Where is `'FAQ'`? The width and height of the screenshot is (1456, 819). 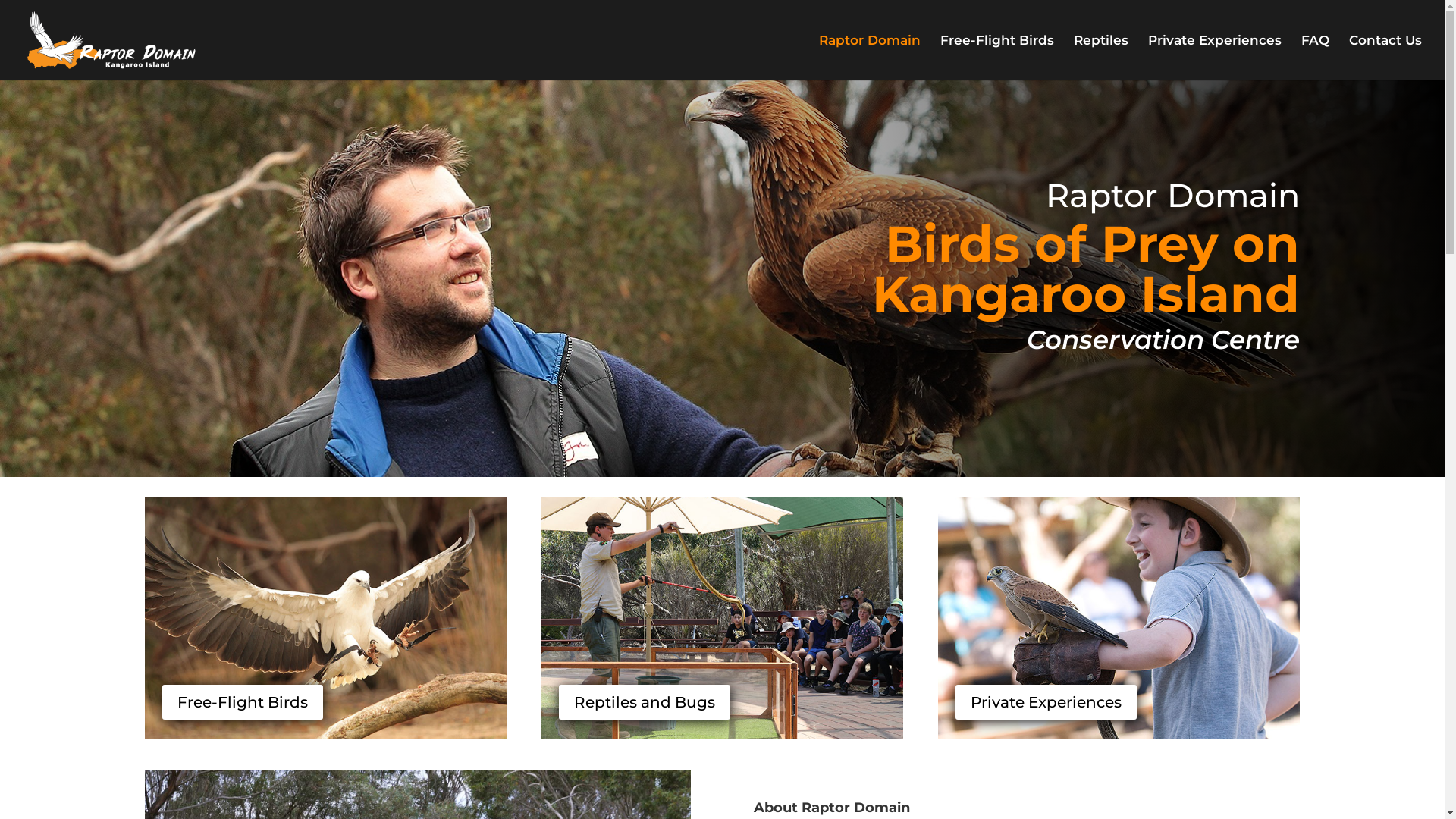 'FAQ' is located at coordinates (1314, 57).